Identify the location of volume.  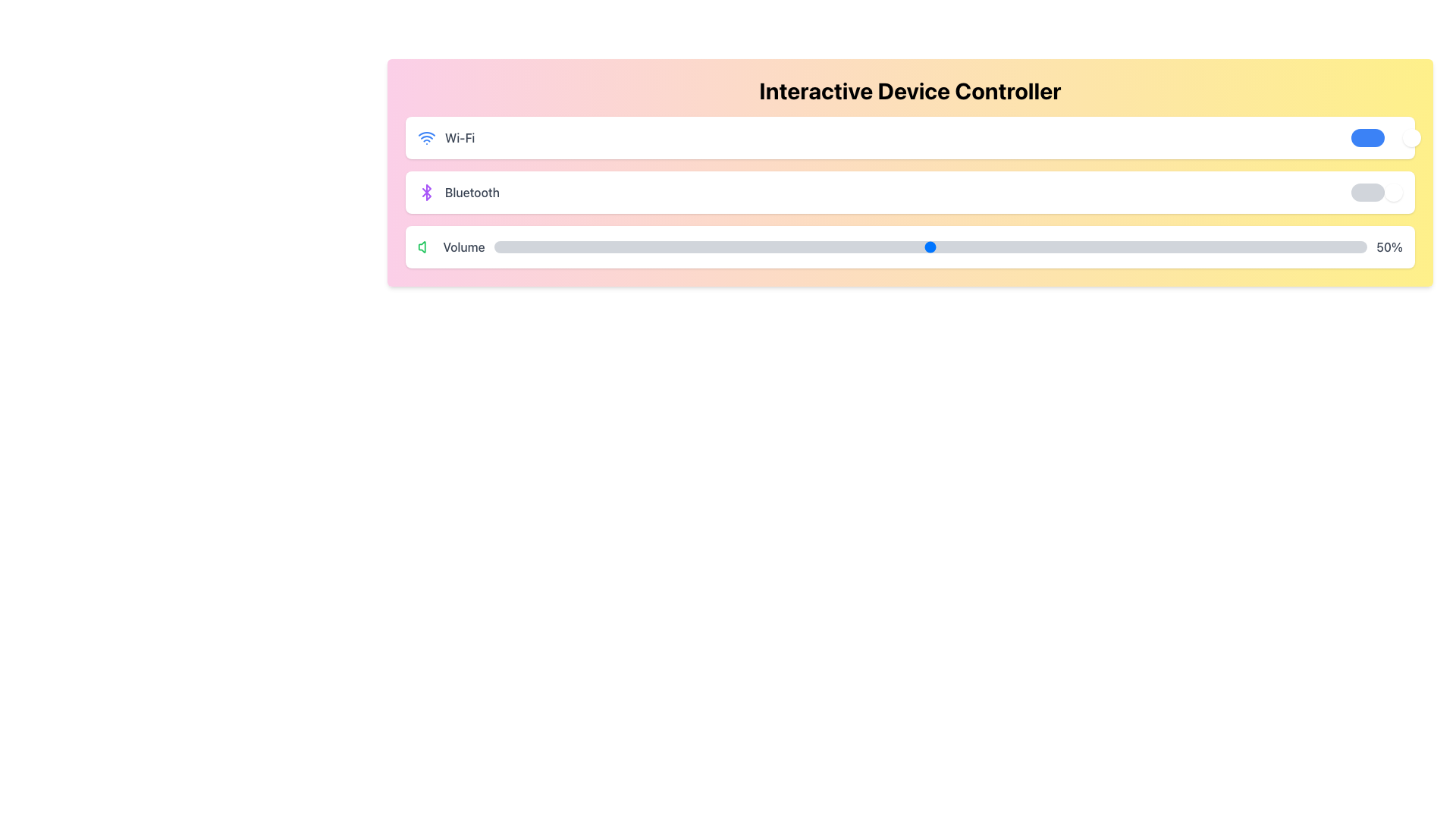
(1200, 246).